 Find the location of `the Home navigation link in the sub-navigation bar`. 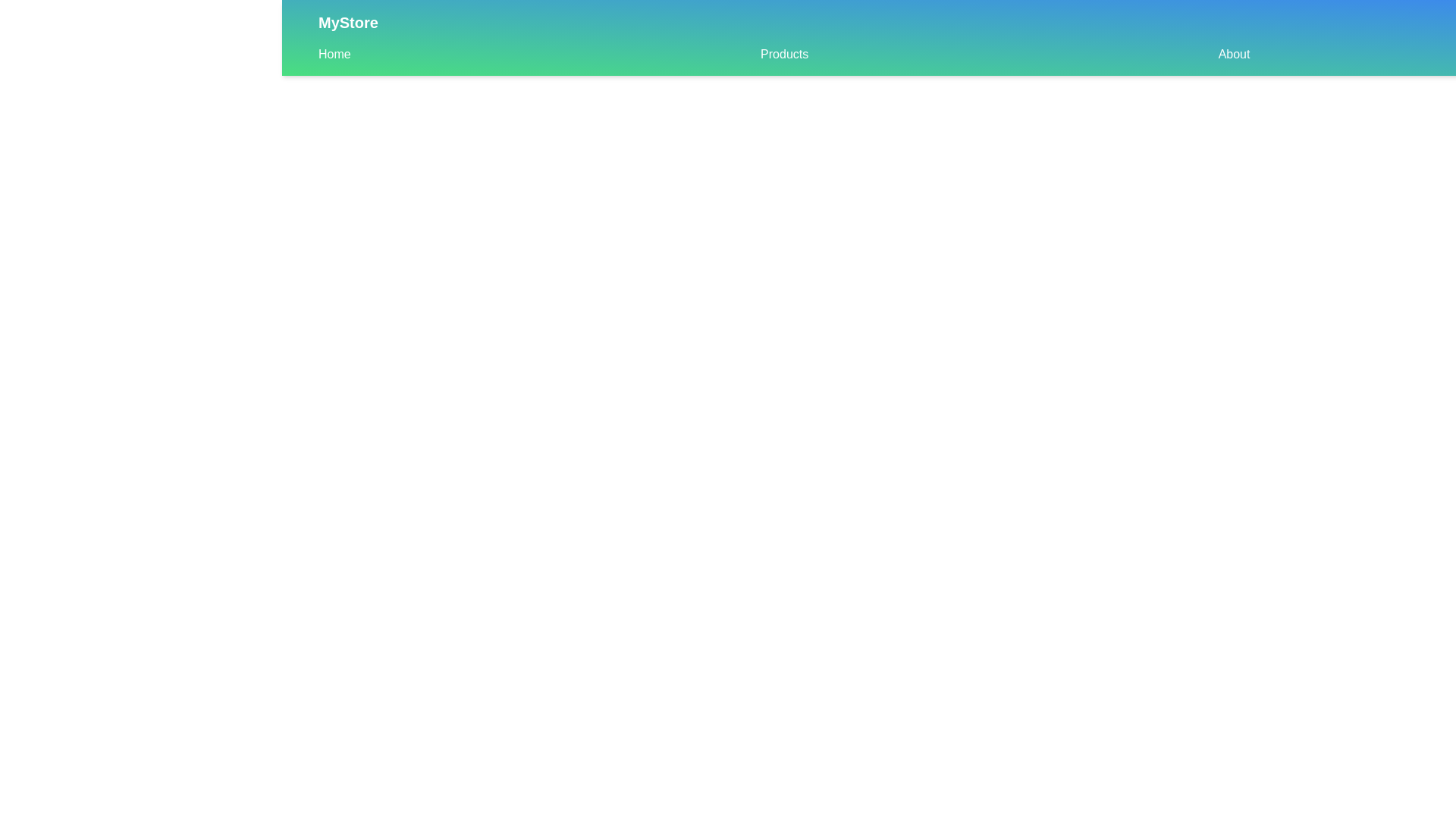

the Home navigation link in the sub-navigation bar is located at coordinates (334, 54).